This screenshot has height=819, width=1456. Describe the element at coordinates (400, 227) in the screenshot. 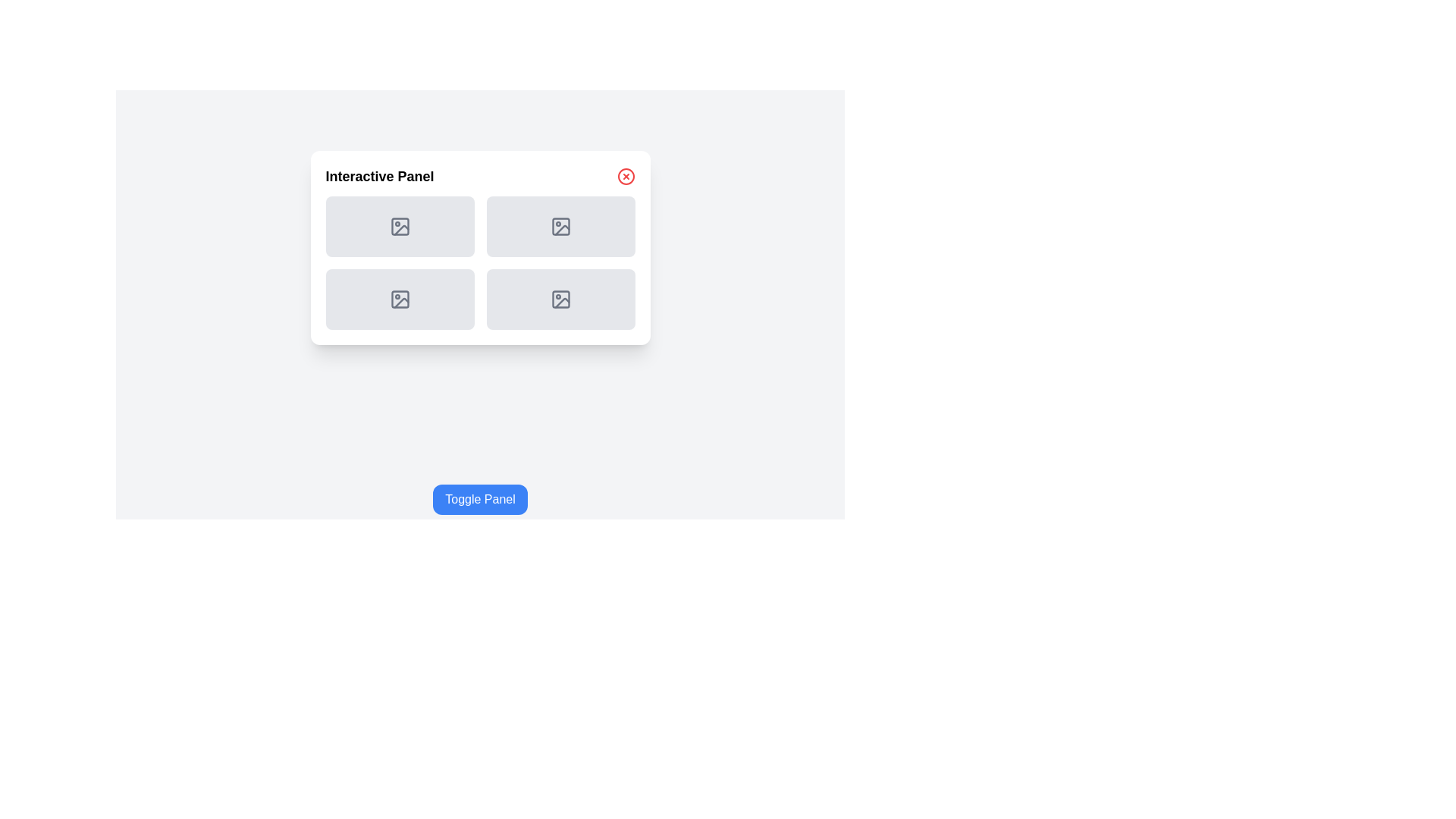

I see `the gray icon representing an image outline, featuring a sun and mountain design, located in the top-left quadrant of a square gray button within the 'Interactive Panel'` at that location.